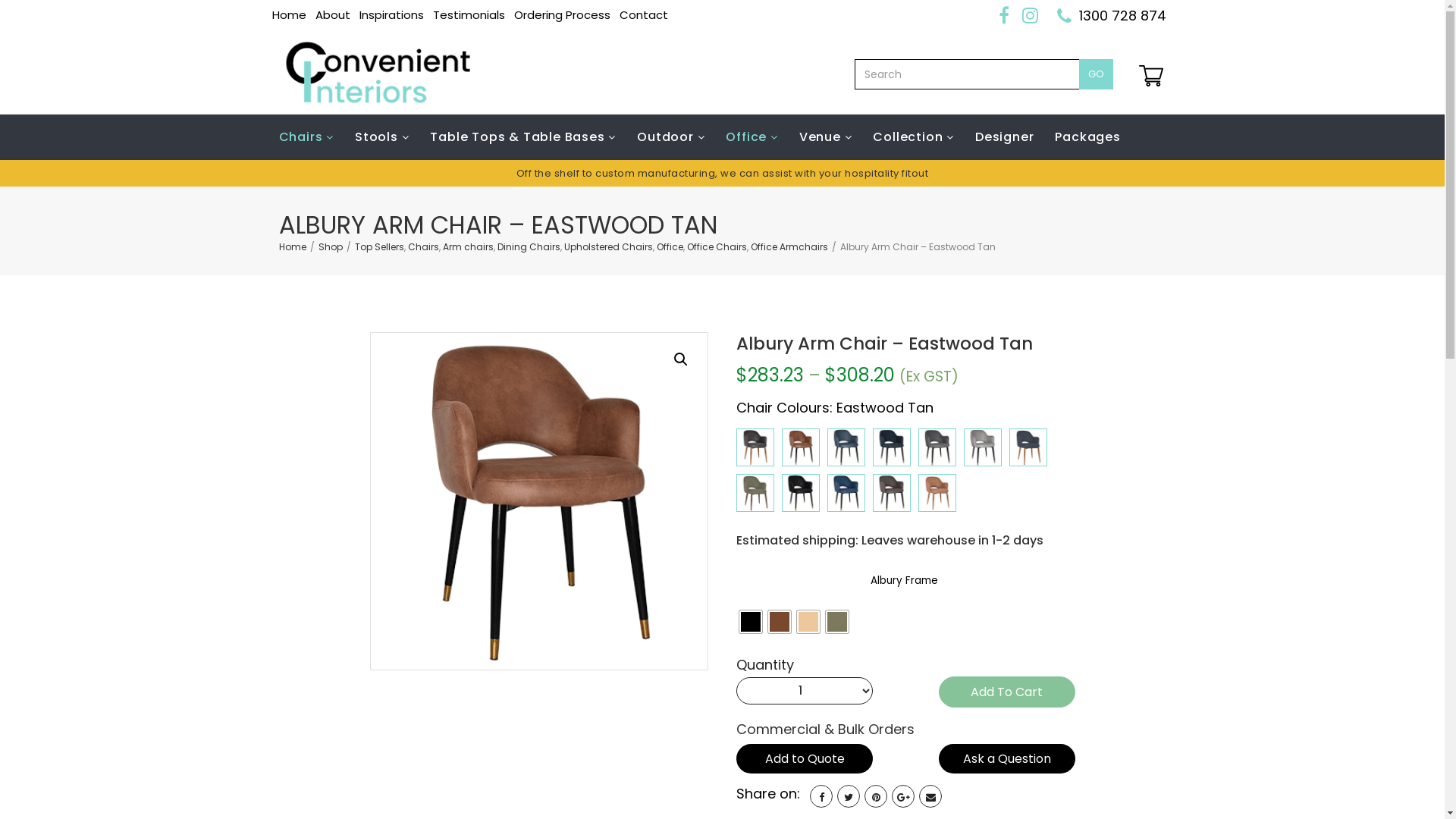 The height and width of the screenshot is (819, 1456). What do you see at coordinates (755, 493) in the screenshot?
I see `'Albury Arm Chair - Pelle Sage'` at bounding box center [755, 493].